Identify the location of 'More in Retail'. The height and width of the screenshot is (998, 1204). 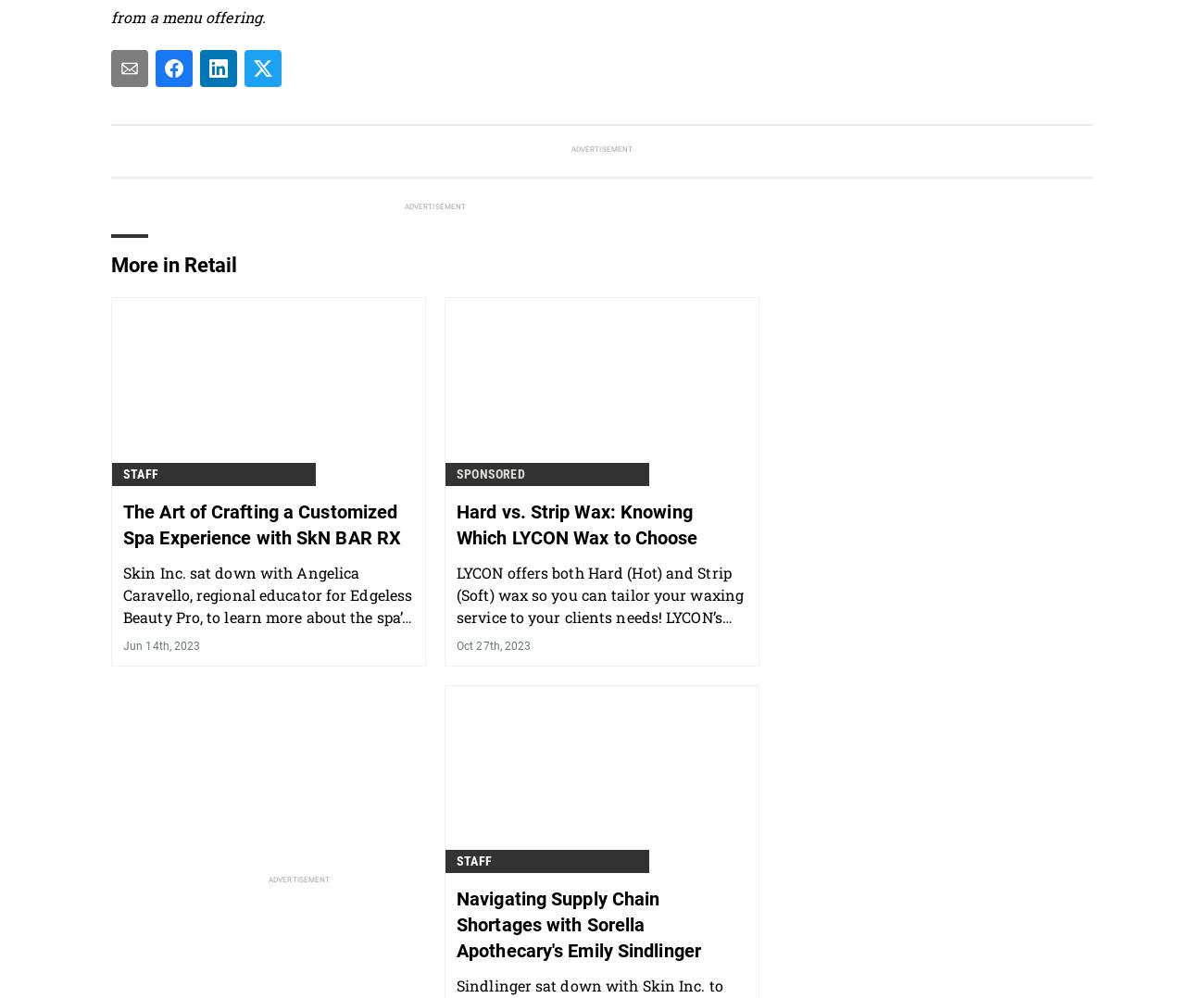
(173, 264).